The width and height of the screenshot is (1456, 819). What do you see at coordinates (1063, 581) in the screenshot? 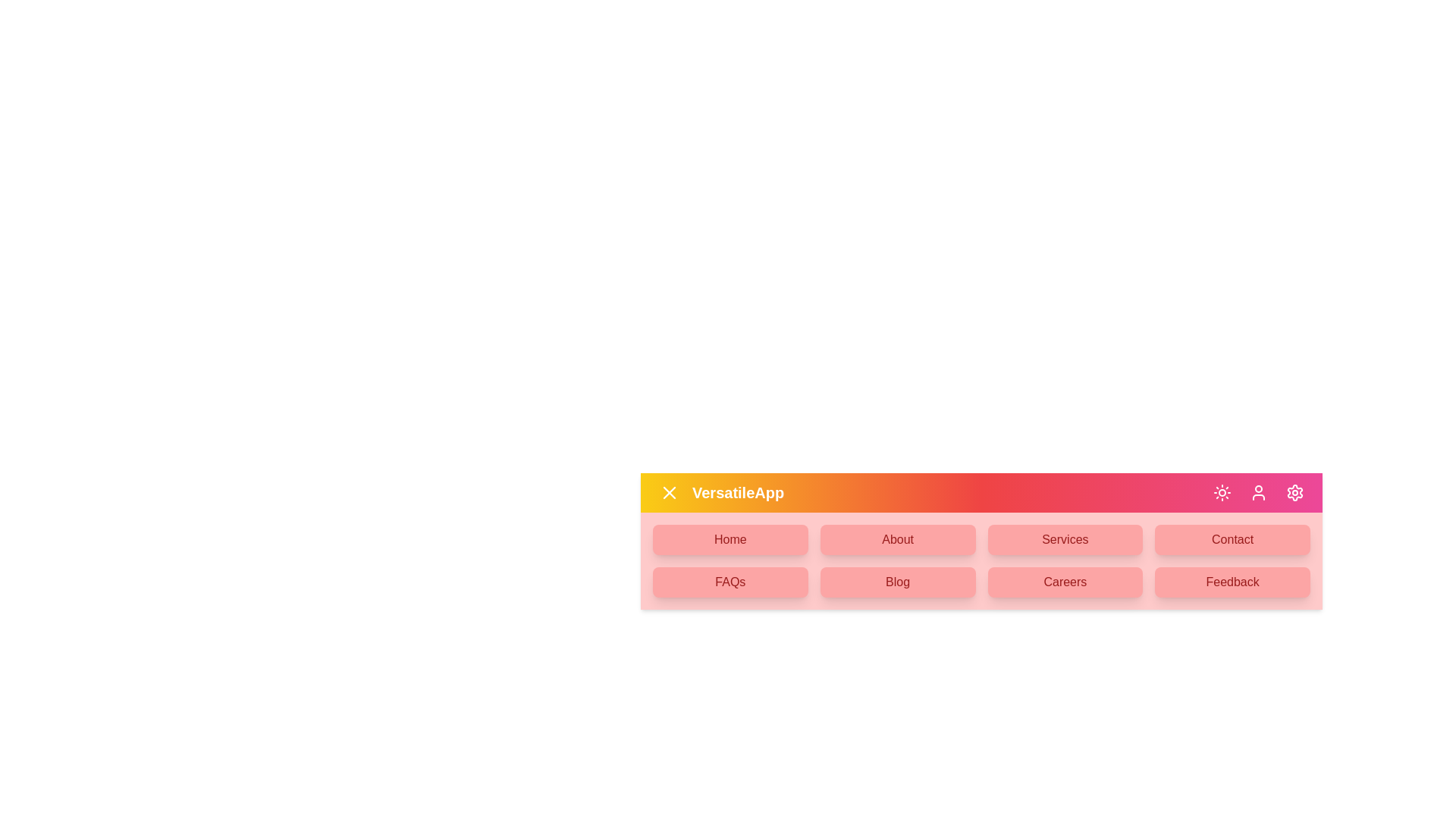
I see `the menu item Careers from the available options` at bounding box center [1063, 581].